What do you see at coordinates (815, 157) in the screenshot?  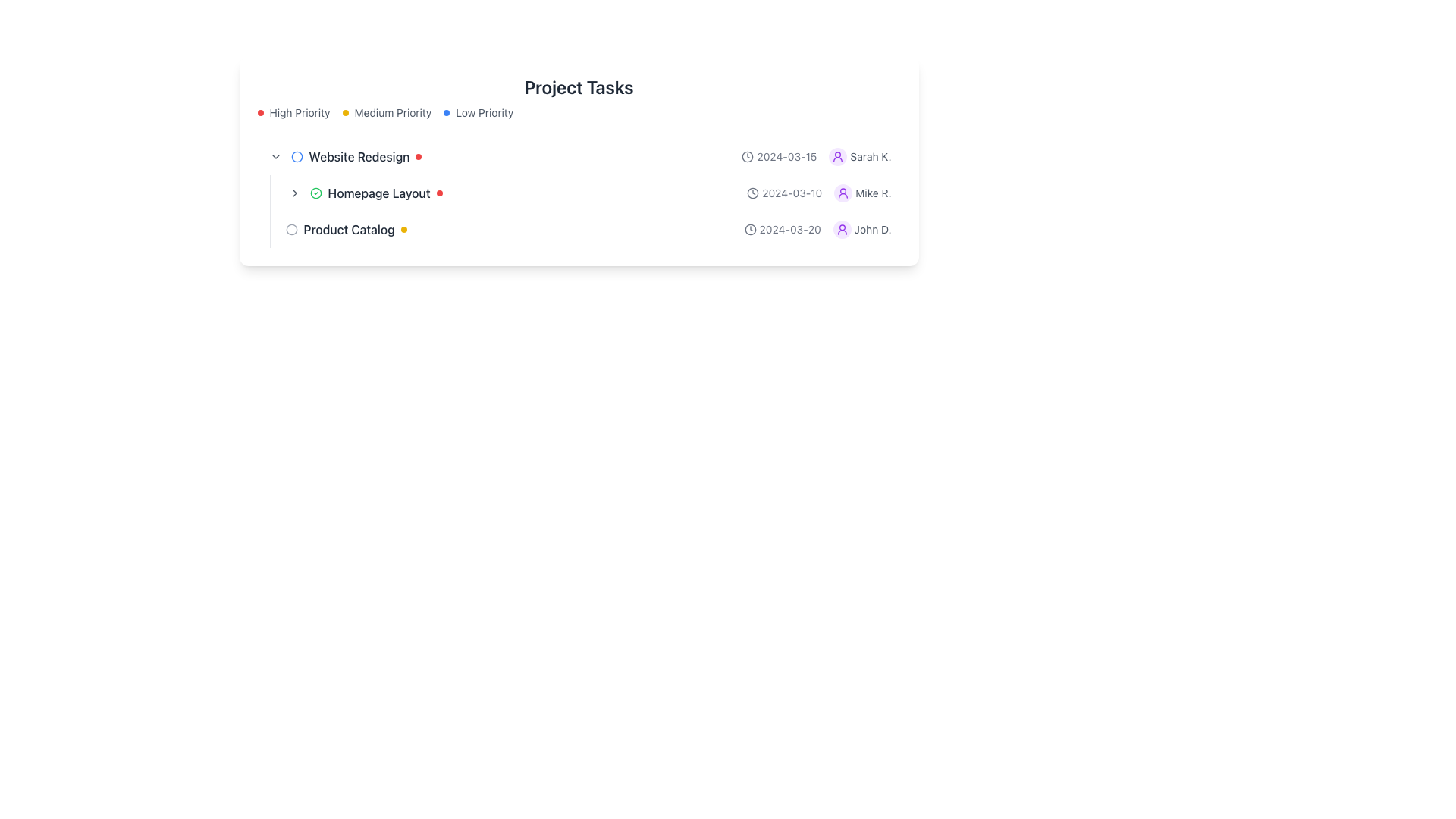 I see `the Composite element displaying the date '2024-03-15' and the assigned user 'Sarah K.'` at bounding box center [815, 157].